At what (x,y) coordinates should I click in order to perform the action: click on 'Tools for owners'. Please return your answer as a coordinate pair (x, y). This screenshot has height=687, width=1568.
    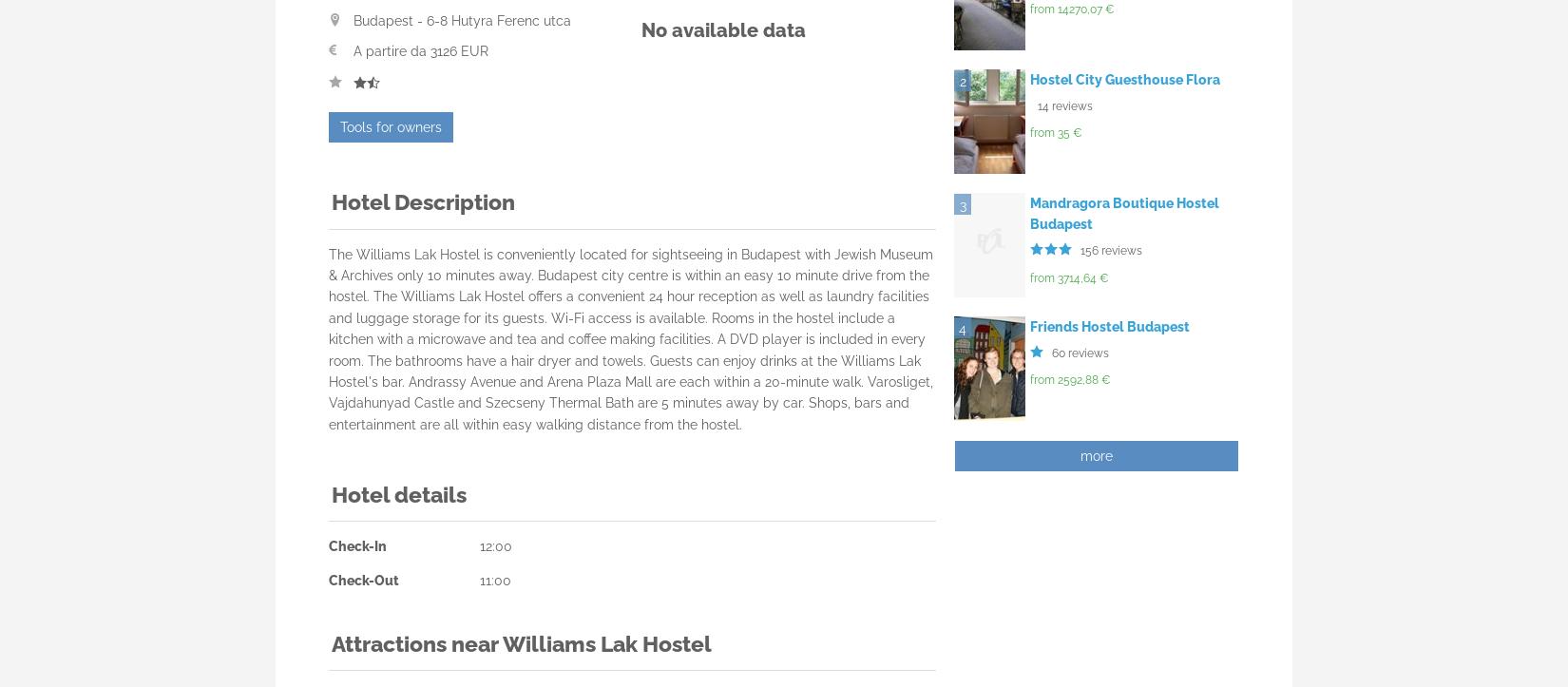
    Looking at the image, I should click on (390, 125).